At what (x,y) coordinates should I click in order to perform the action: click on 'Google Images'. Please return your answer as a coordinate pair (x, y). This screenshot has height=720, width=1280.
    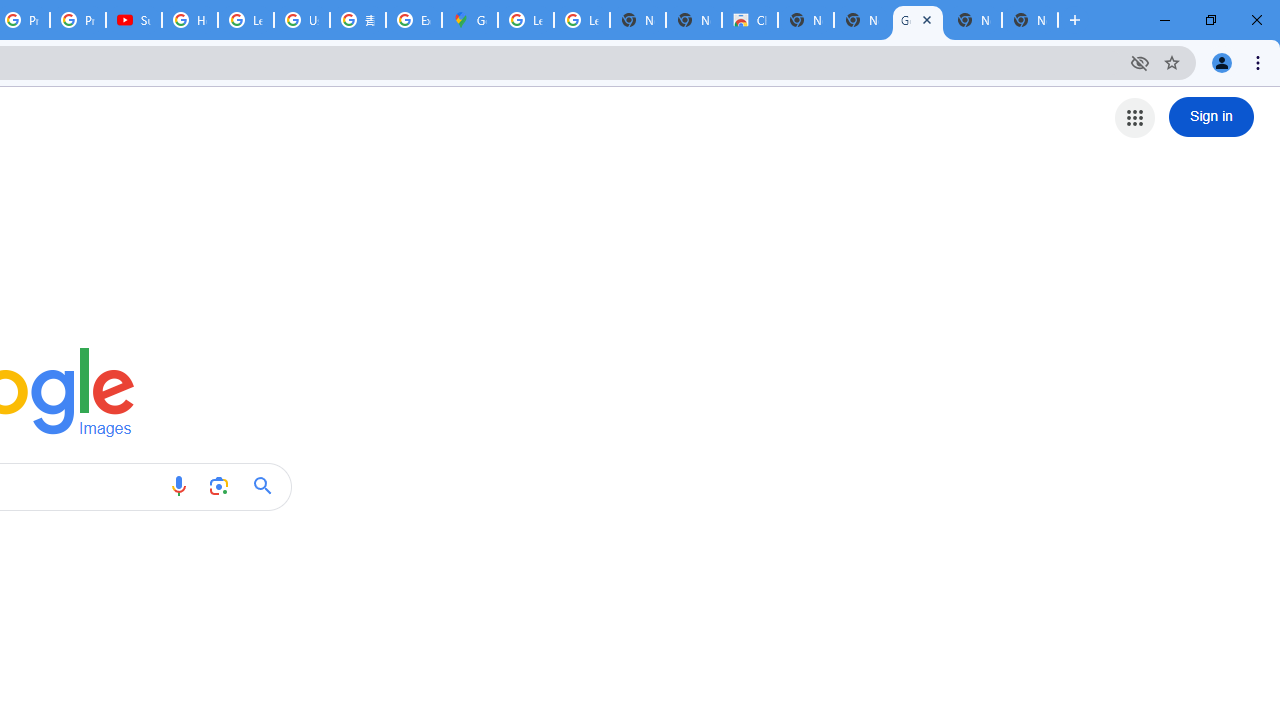
    Looking at the image, I should click on (916, 20).